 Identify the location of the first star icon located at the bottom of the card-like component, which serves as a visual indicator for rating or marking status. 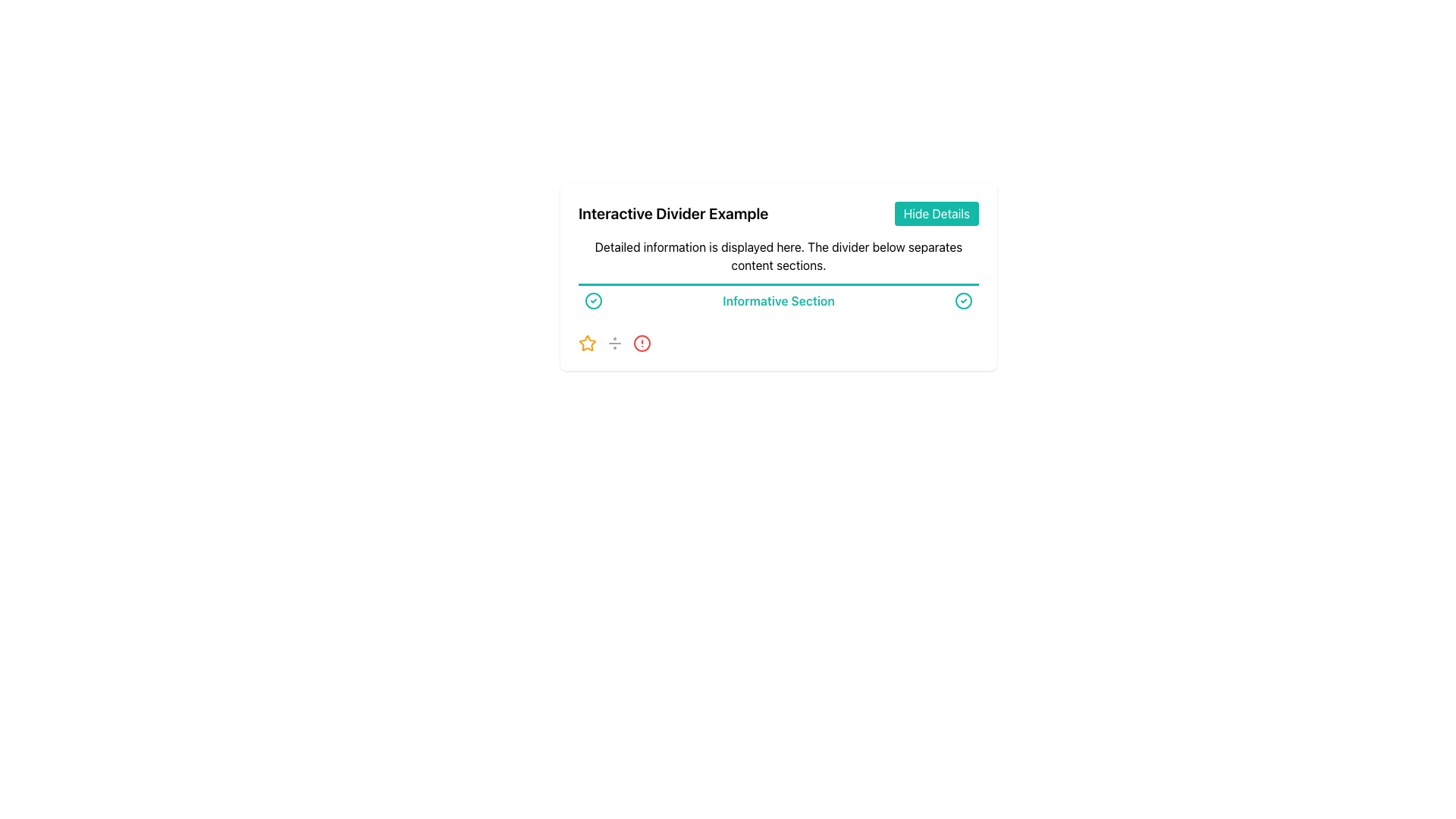
(586, 343).